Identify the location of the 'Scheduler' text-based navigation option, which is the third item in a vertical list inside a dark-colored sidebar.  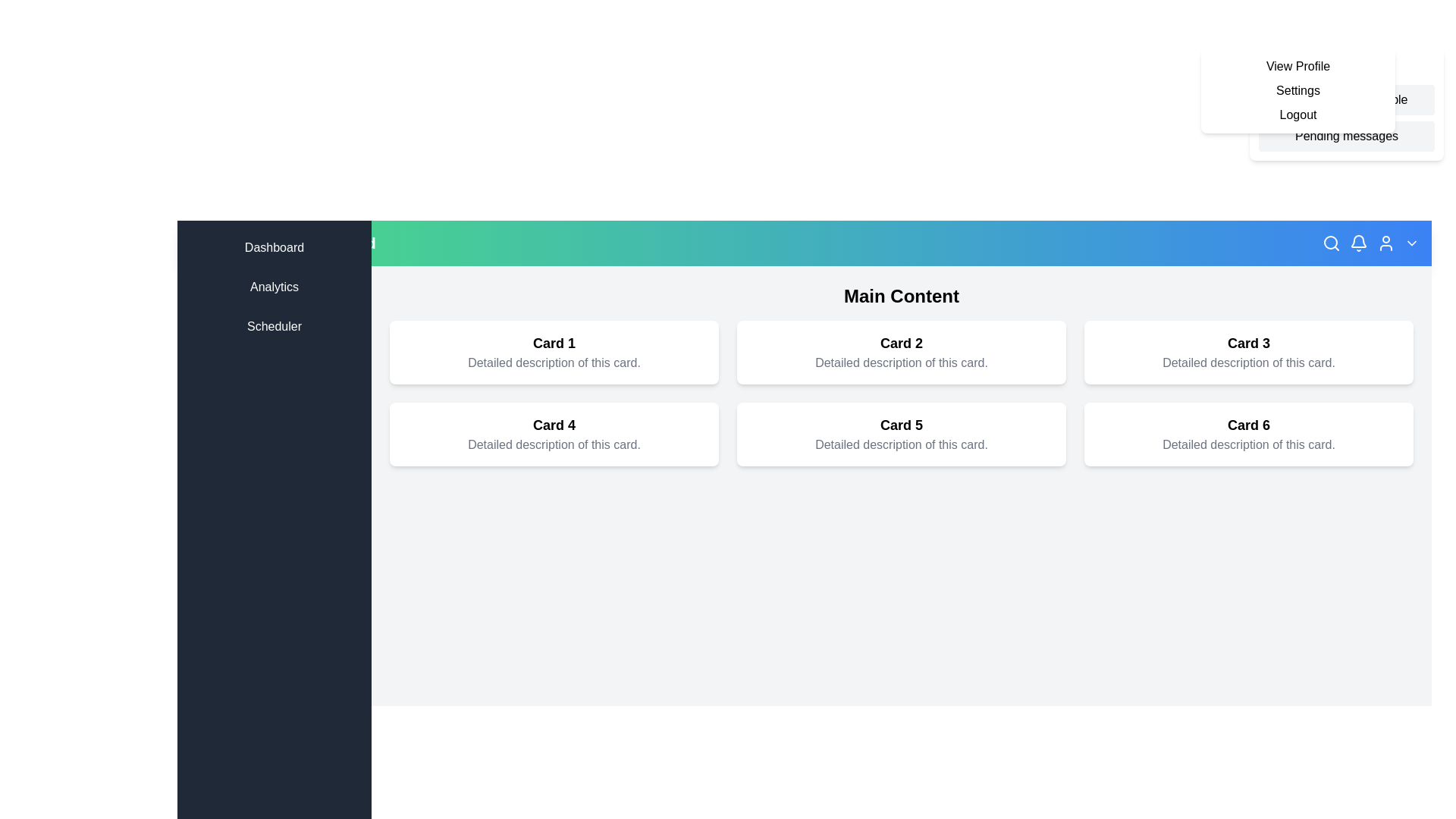
(274, 326).